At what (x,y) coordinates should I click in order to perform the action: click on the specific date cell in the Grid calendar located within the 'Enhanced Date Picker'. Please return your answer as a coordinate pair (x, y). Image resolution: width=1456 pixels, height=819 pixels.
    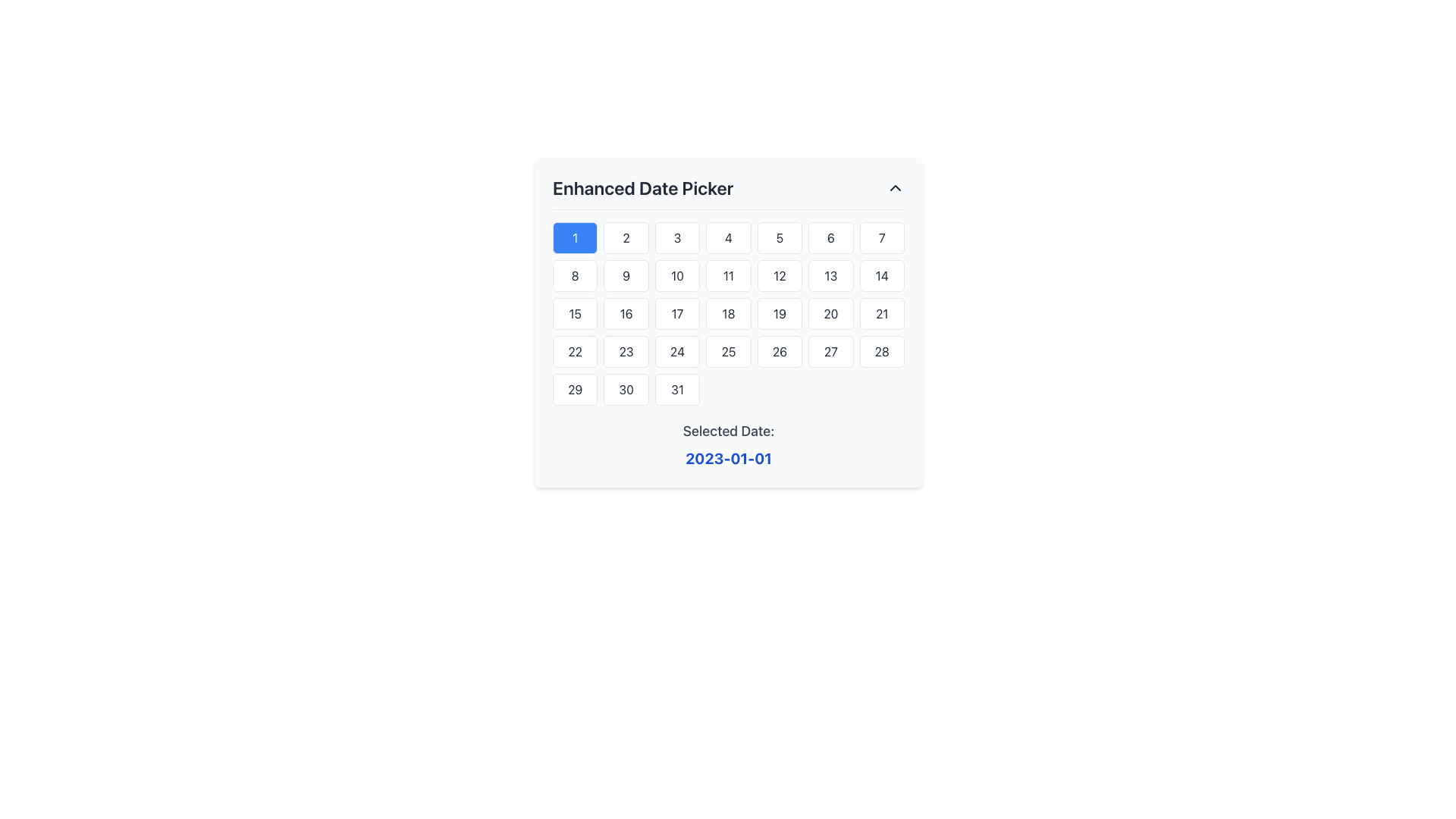
    Looking at the image, I should click on (728, 312).